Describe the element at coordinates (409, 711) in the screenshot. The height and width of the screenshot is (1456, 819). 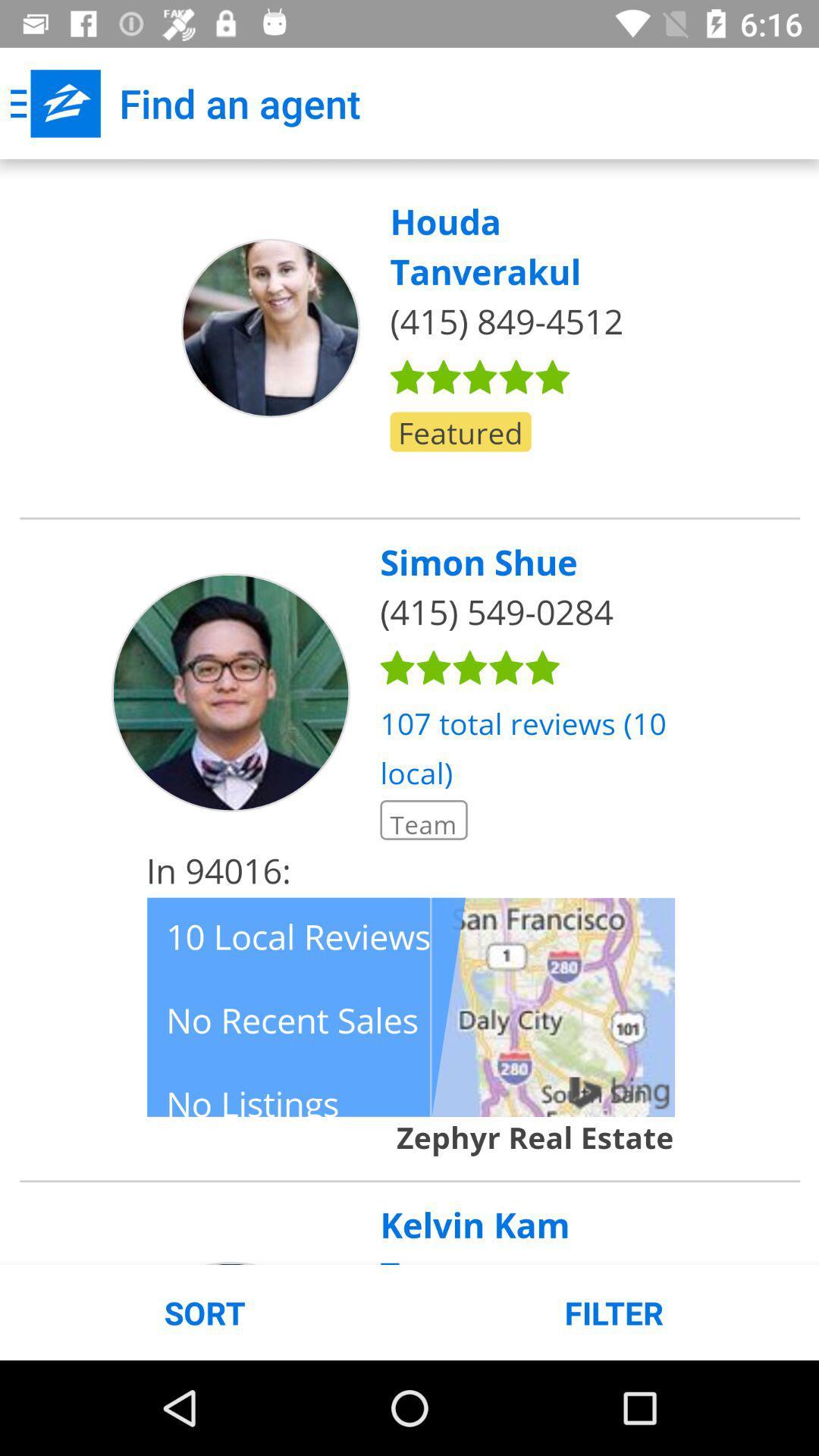
I see `filter option` at that location.